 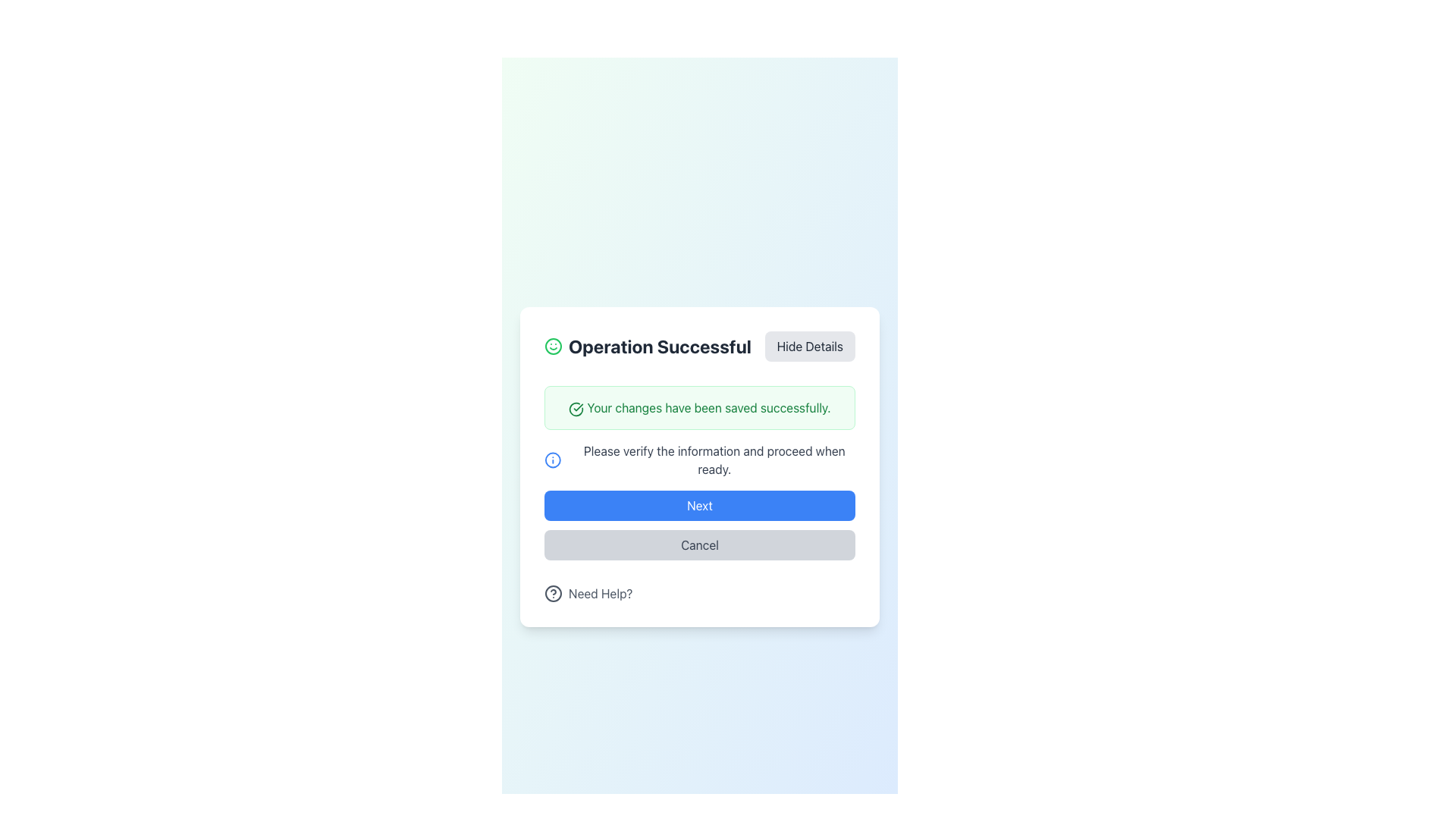 I want to click on the Notification banner which has a light green background and contains the text 'Your changes have been saved successfully.', so click(x=698, y=406).